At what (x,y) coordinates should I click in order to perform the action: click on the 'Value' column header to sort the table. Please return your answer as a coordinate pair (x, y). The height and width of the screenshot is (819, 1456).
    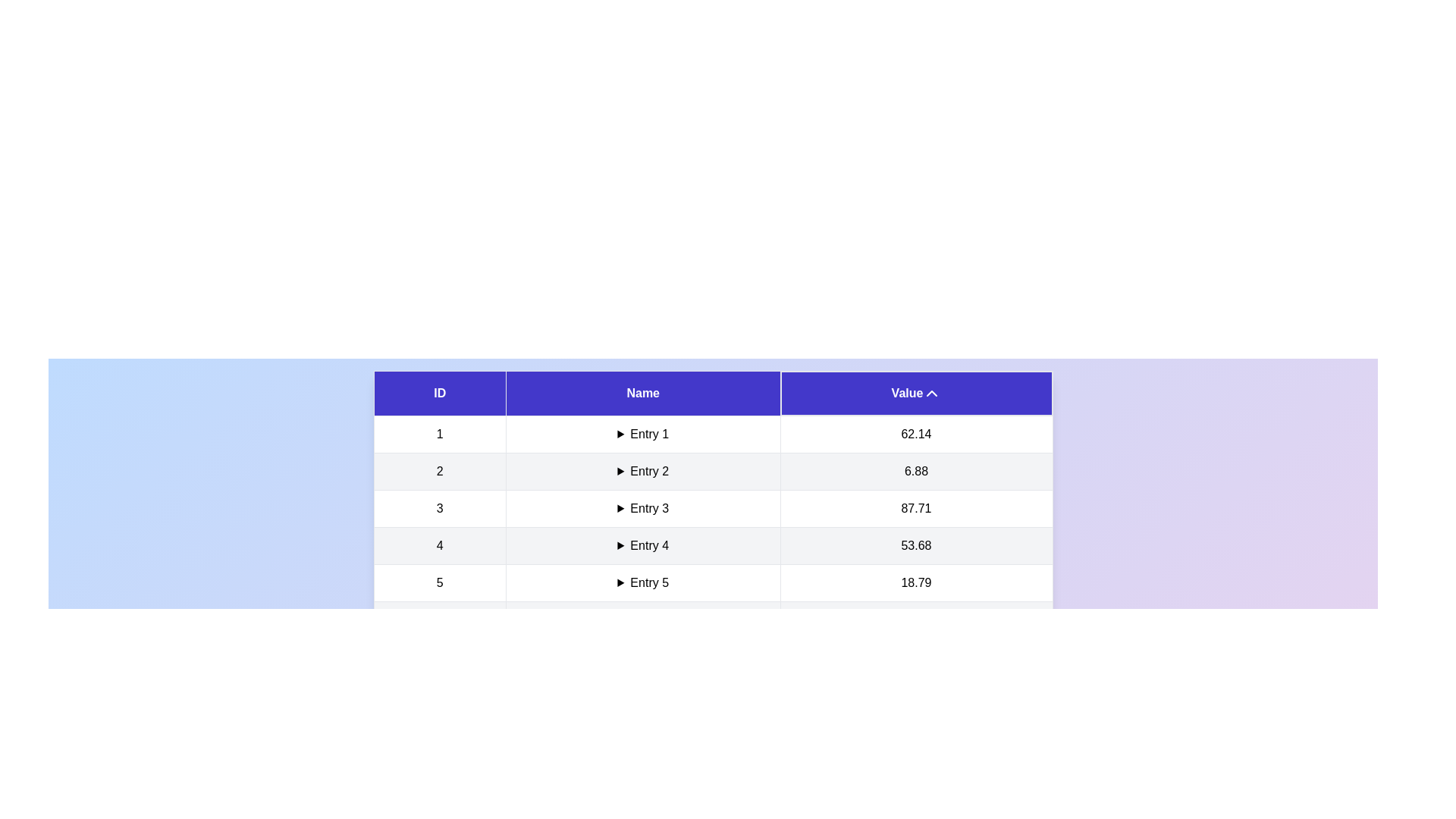
    Looking at the image, I should click on (915, 393).